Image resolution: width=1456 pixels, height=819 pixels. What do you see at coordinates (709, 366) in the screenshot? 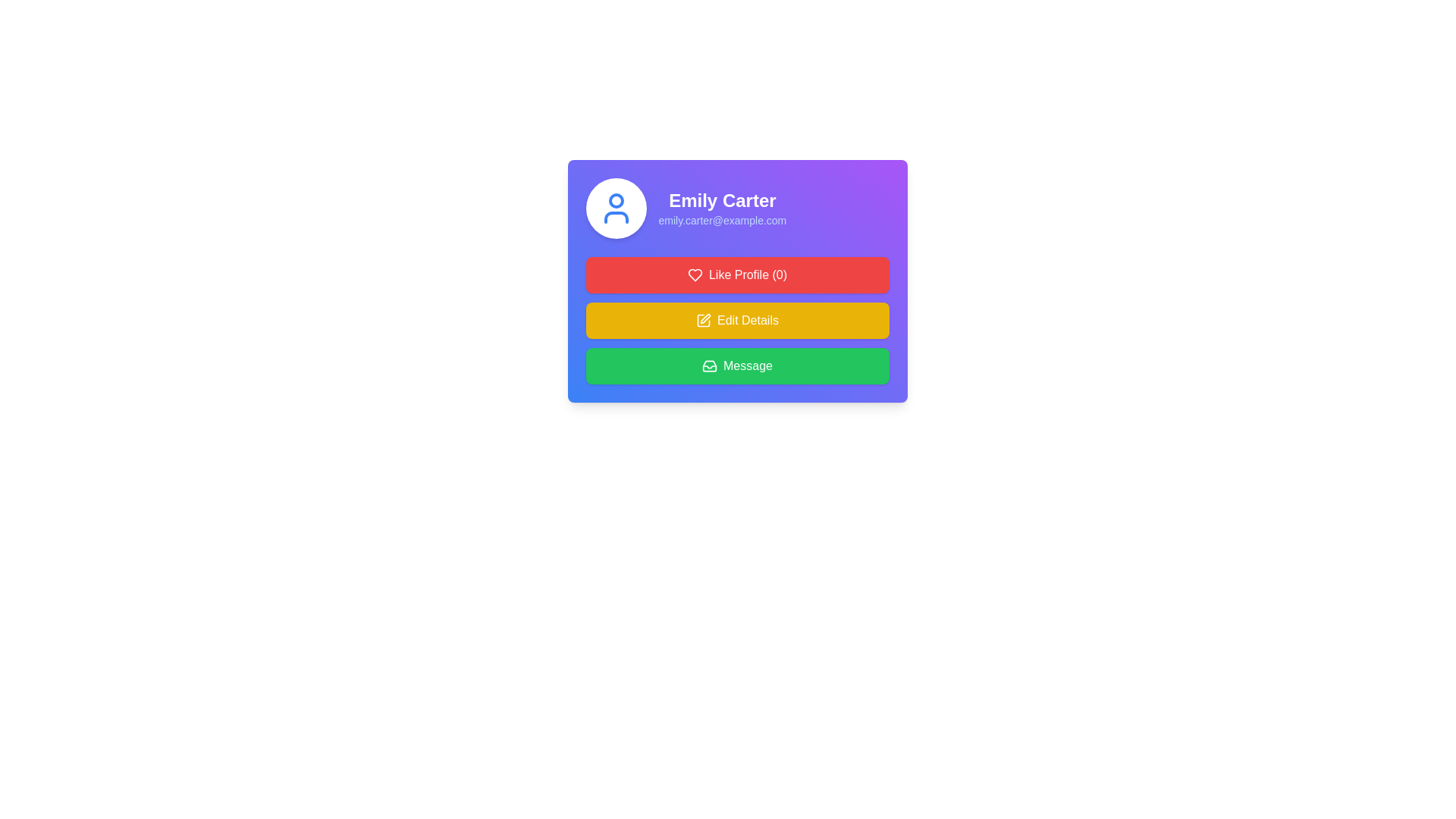
I see `the 'Message' button, which is the third button in a vertical stack` at bounding box center [709, 366].